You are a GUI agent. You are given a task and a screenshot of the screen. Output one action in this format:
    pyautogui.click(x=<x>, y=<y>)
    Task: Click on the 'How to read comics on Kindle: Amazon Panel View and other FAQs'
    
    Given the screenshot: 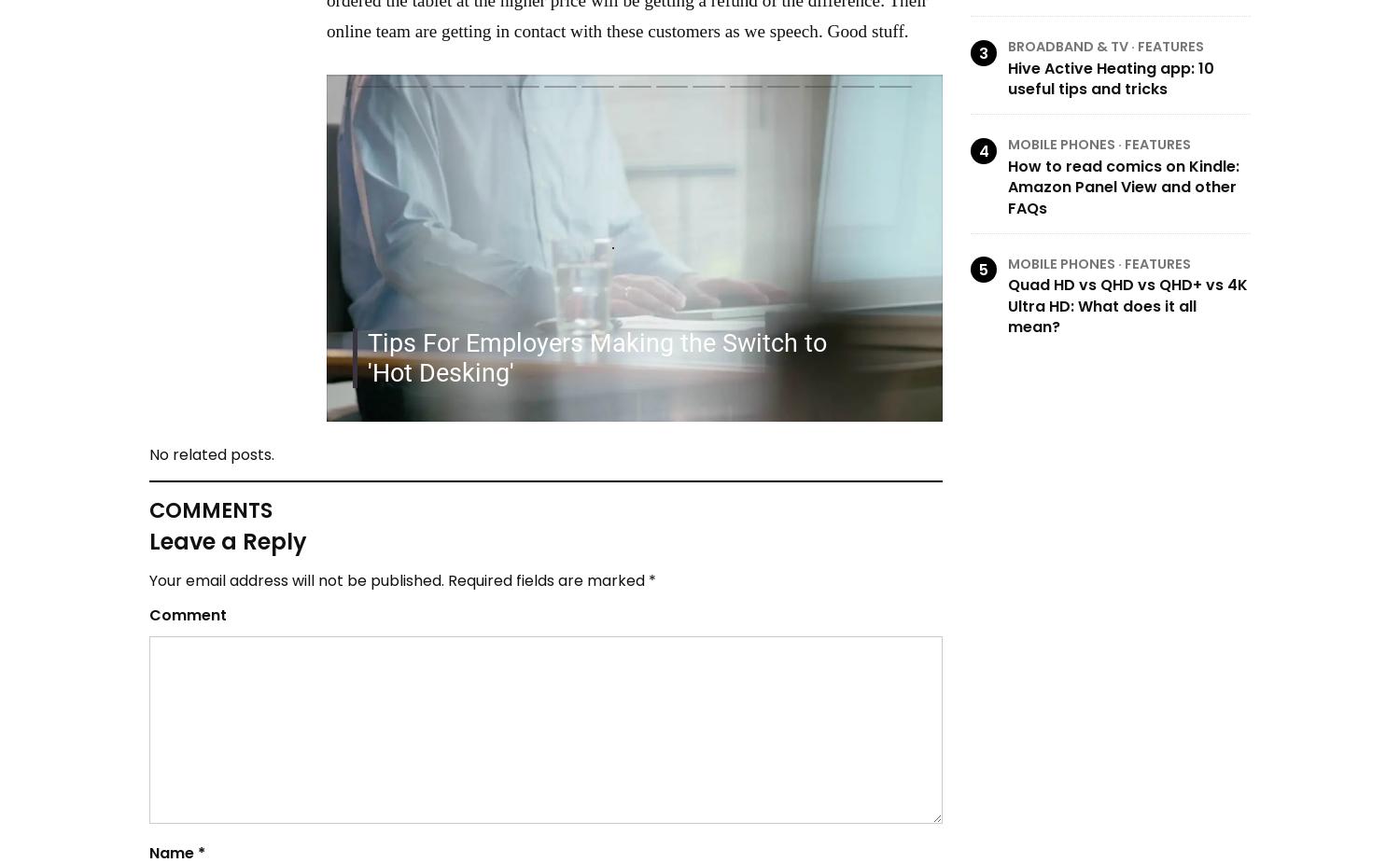 What is the action you would take?
    pyautogui.click(x=1123, y=185)
    